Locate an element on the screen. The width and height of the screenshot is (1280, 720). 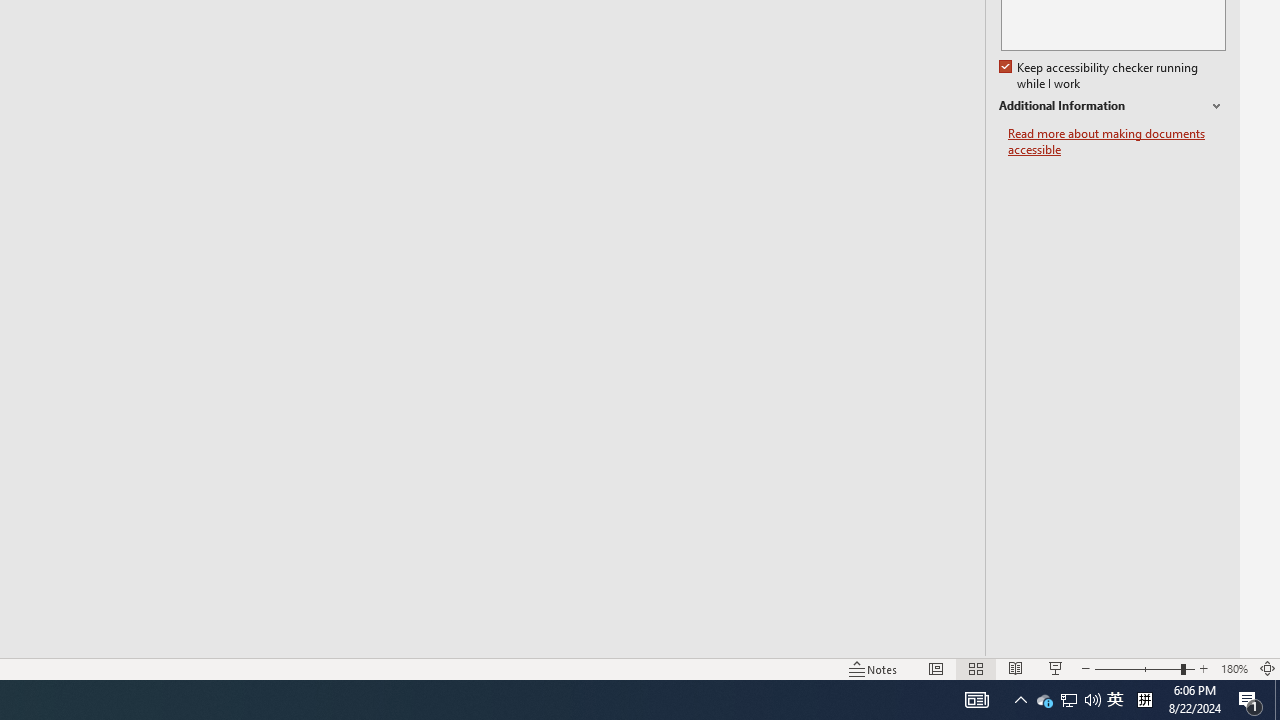
'Read more about making documents accessible' is located at coordinates (1116, 141).